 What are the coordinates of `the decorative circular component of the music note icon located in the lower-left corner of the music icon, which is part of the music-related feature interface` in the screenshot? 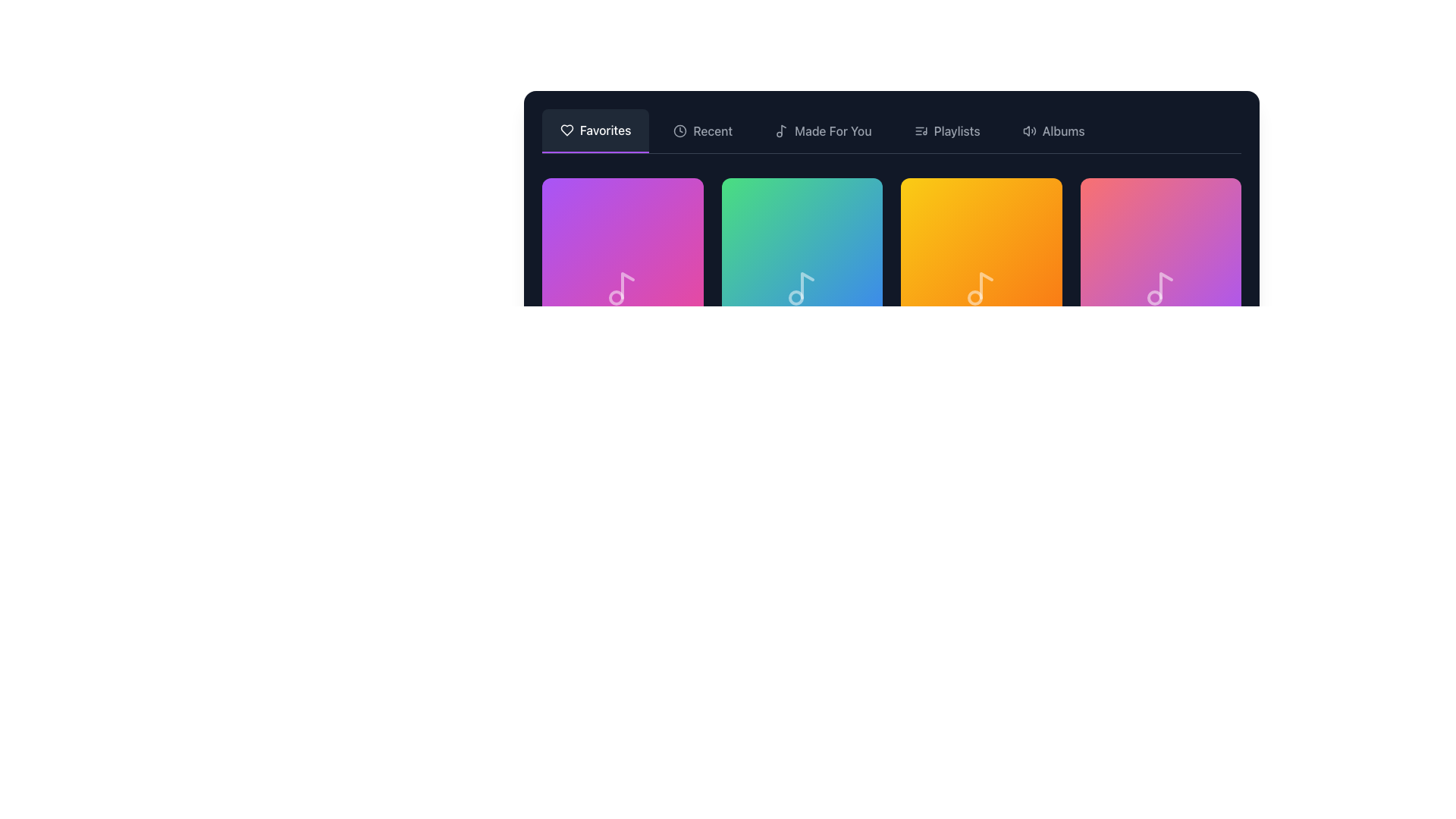 It's located at (795, 298).